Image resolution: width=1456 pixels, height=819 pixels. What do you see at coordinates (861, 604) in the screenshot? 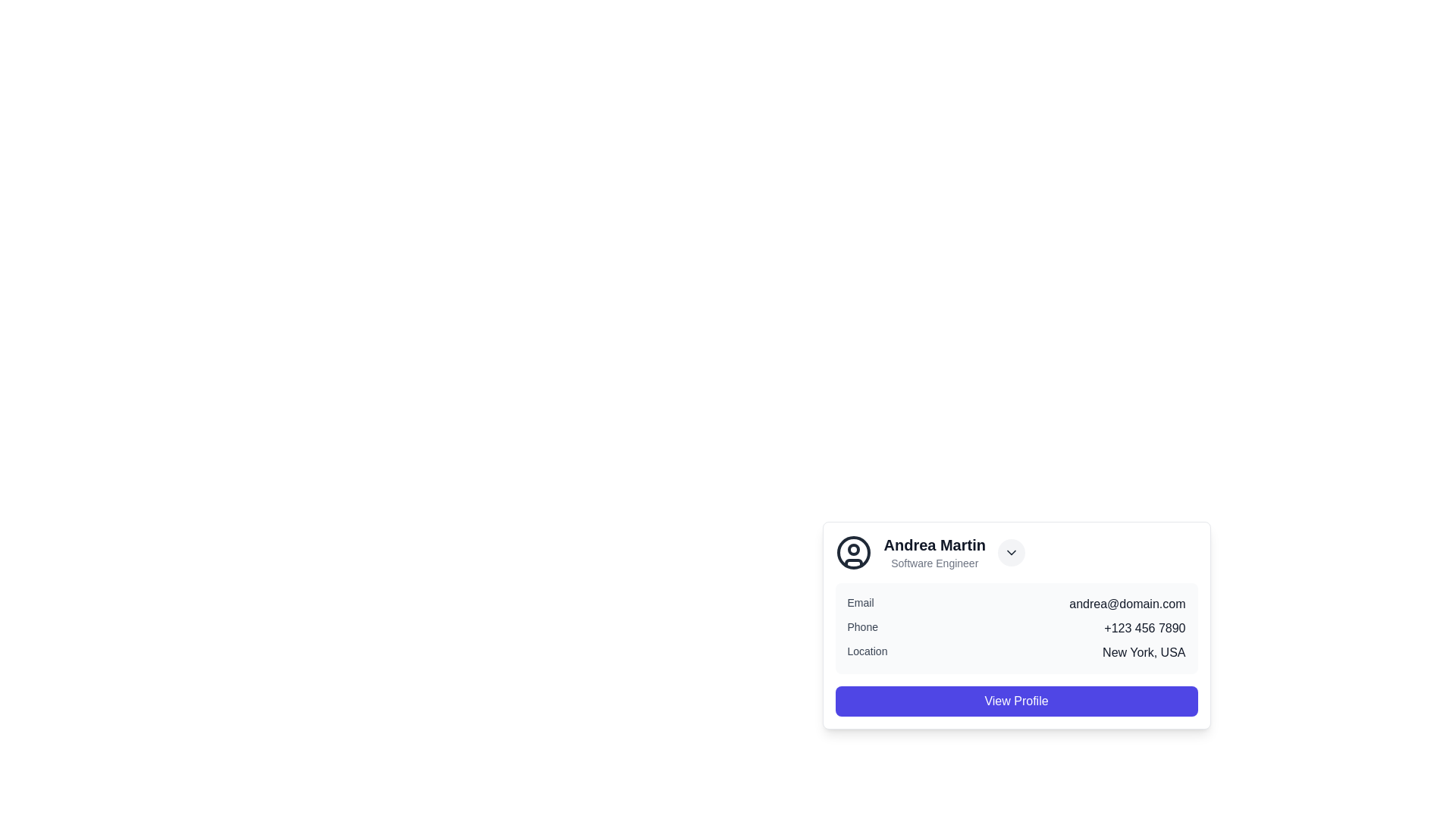
I see `properties of the text label displaying 'Email' located to the left of the email address 'andrea@domain.com'` at bounding box center [861, 604].